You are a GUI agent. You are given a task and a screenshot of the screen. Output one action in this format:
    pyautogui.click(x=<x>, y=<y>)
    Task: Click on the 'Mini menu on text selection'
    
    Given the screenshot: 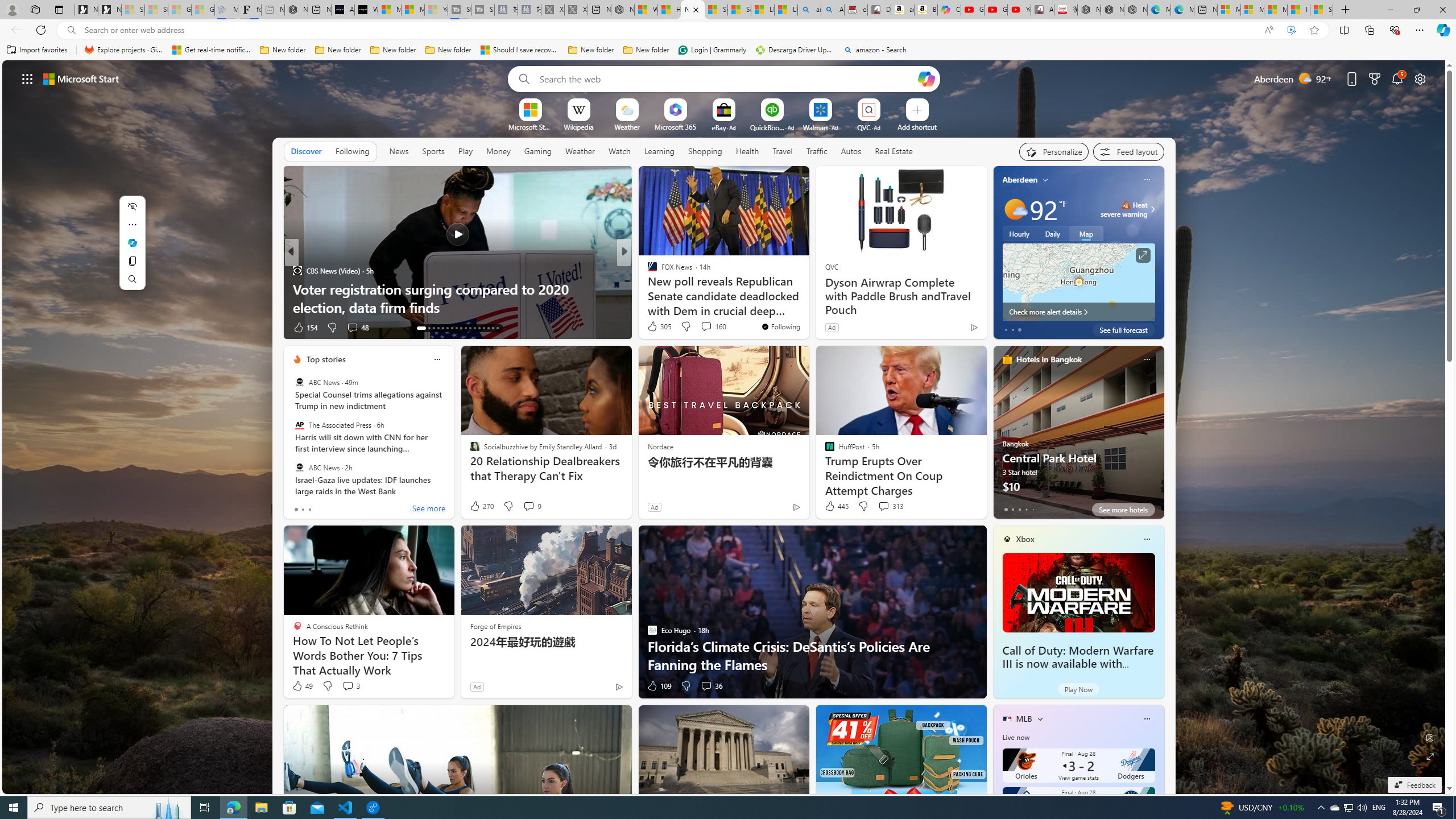 What is the action you would take?
    pyautogui.click(x=132, y=249)
    